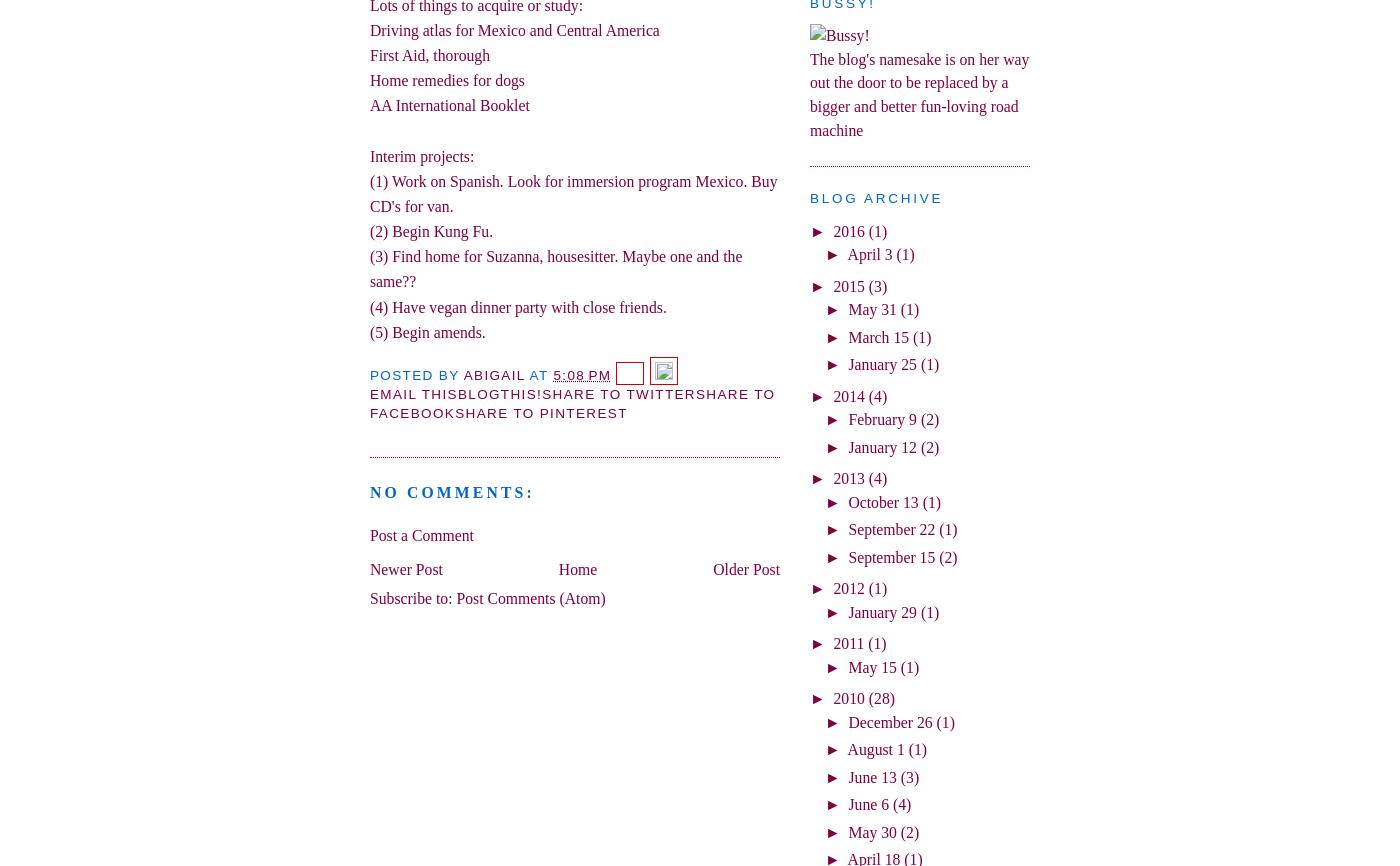  Describe the element at coordinates (868, 803) in the screenshot. I see `'June 6'` at that location.